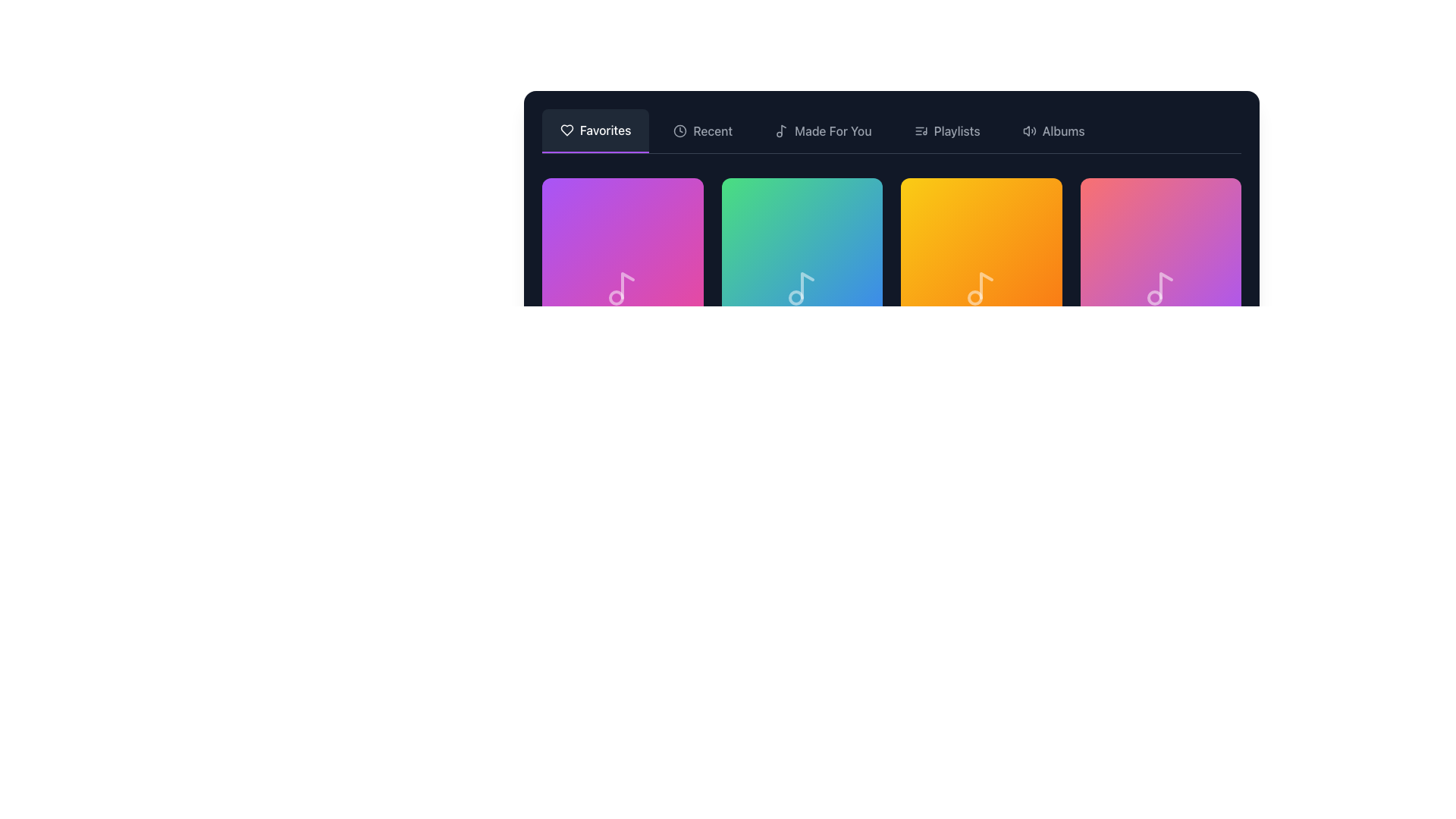  Describe the element at coordinates (920, 130) in the screenshot. I see `the 'Playlists' icon located in the header navigation menu, positioned before the text label 'Playlists'` at that location.